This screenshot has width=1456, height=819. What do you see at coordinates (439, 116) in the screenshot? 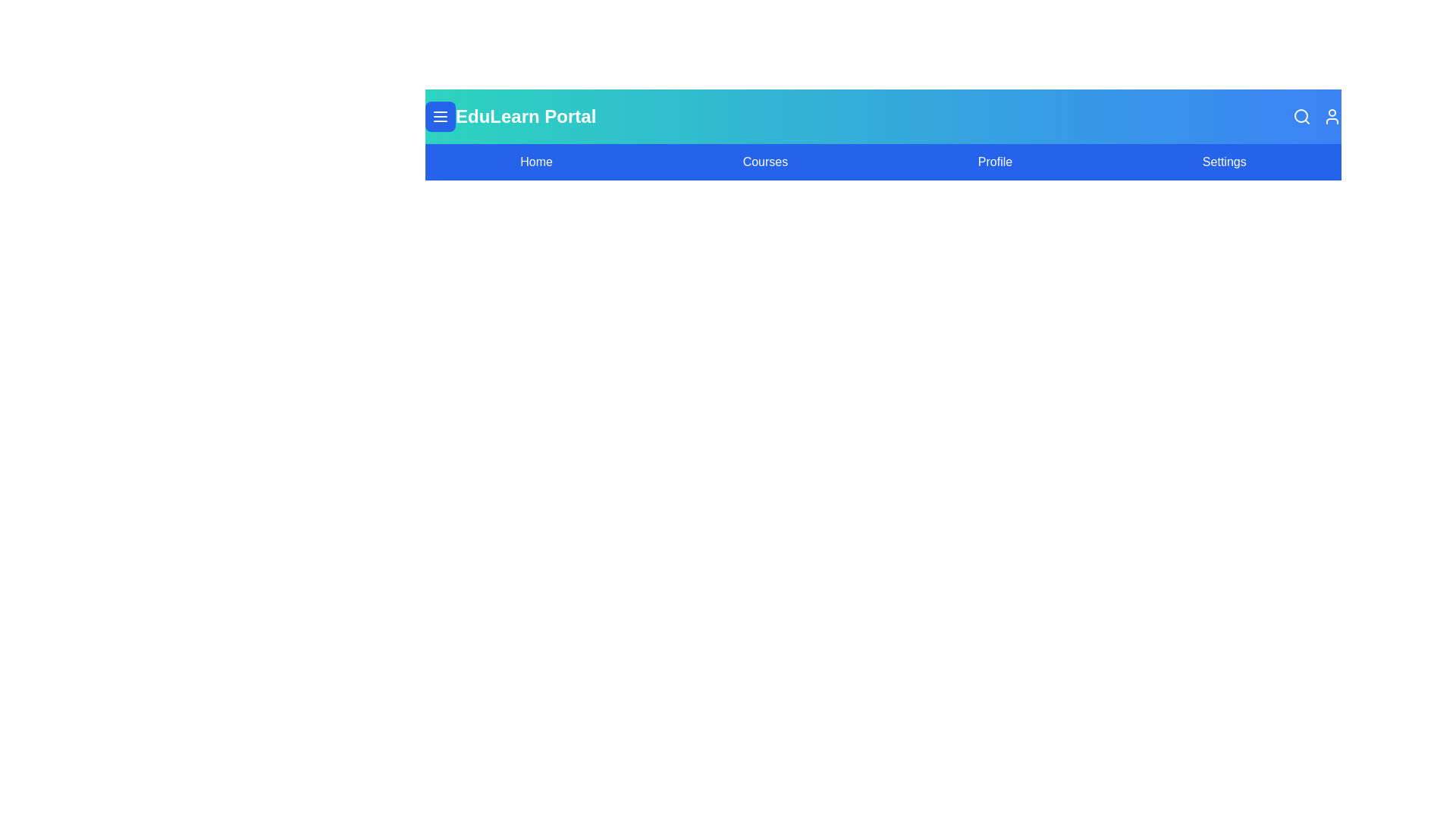
I see `the menu icon to toggle the menu visibility` at bounding box center [439, 116].